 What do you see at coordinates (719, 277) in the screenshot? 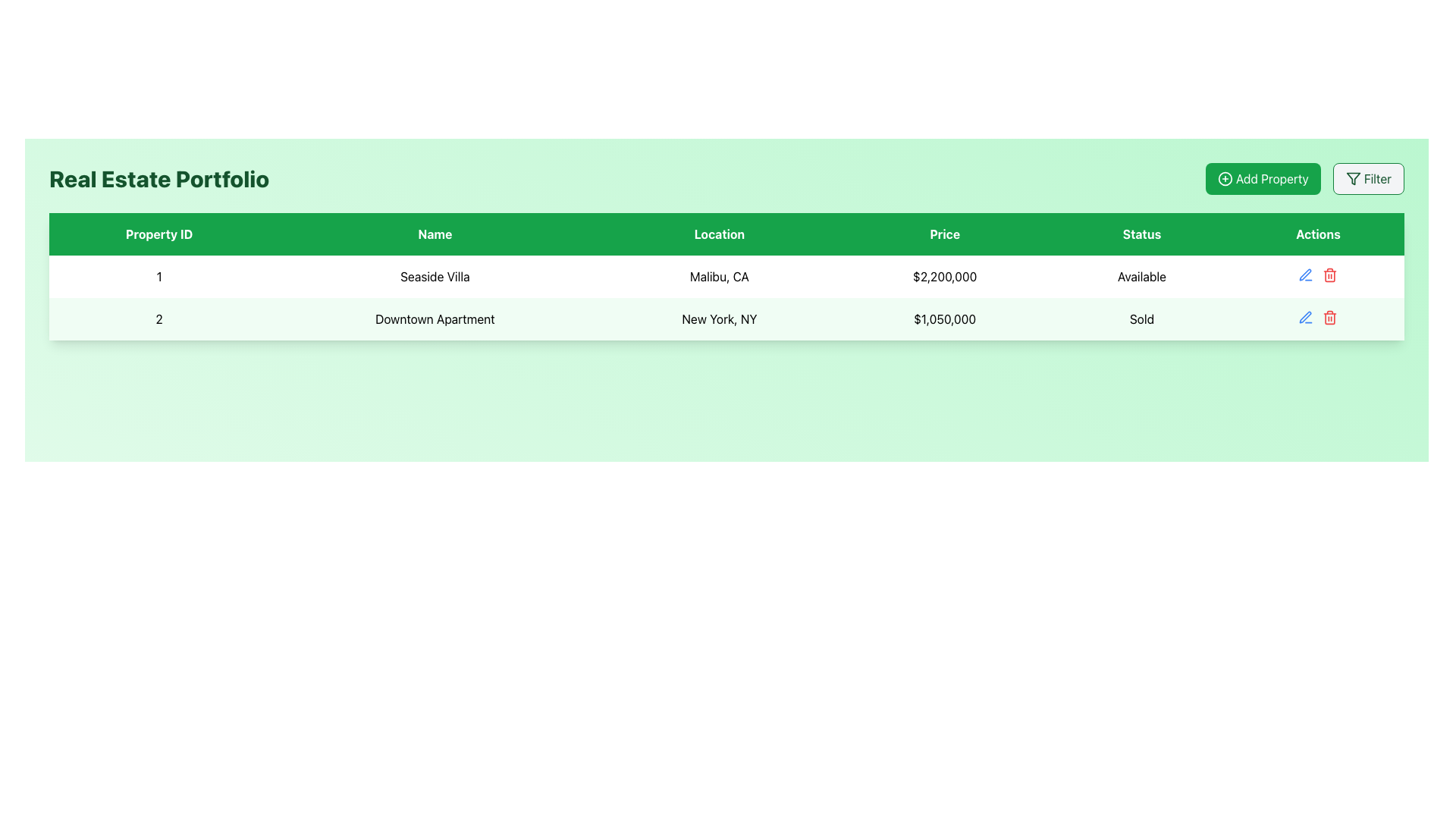
I see `the text label displaying 'Malibu, CA' in the third column of the first row of the property information table` at bounding box center [719, 277].